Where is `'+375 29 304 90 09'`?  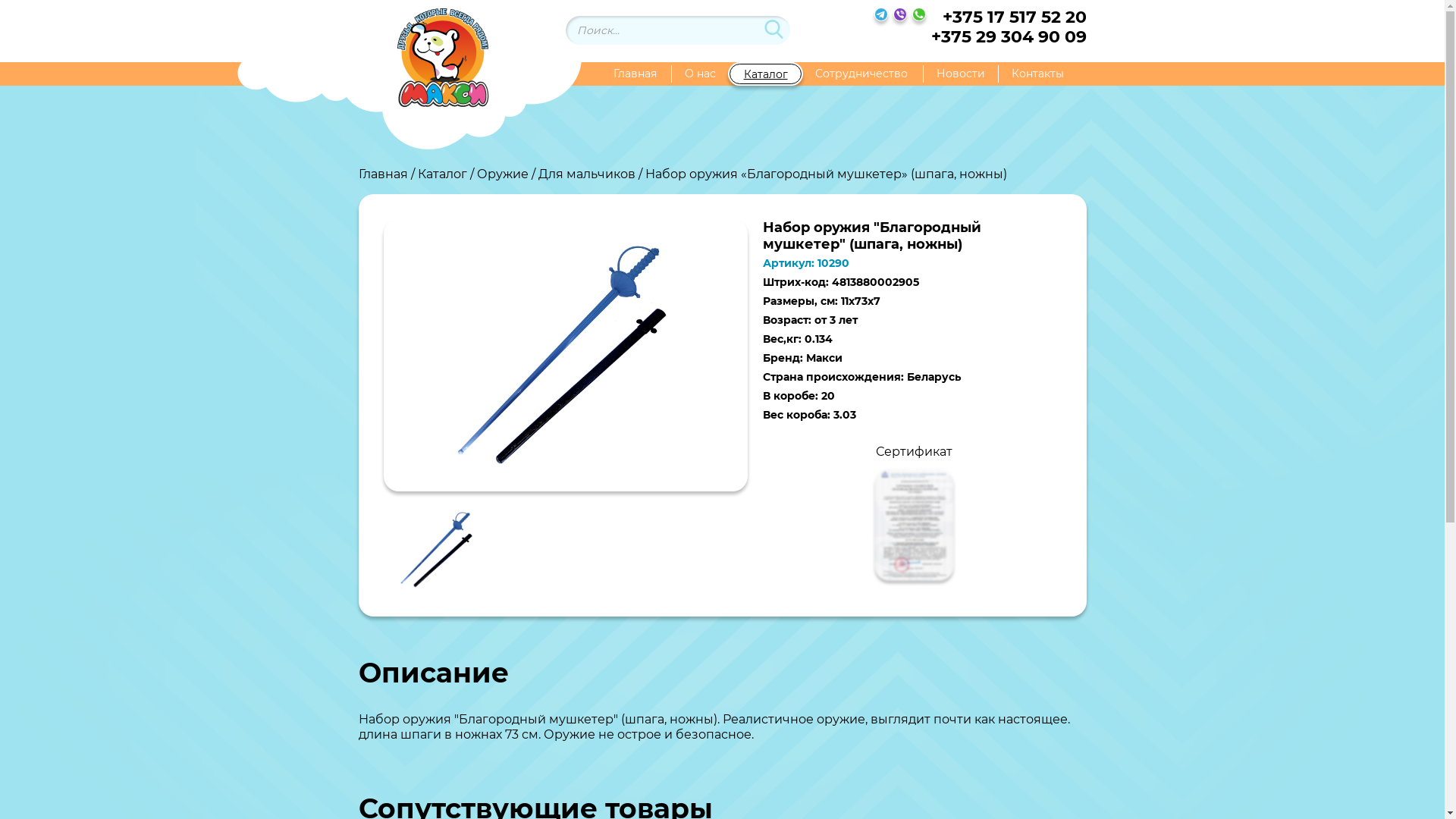 '+375 29 304 90 09' is located at coordinates (1009, 36).